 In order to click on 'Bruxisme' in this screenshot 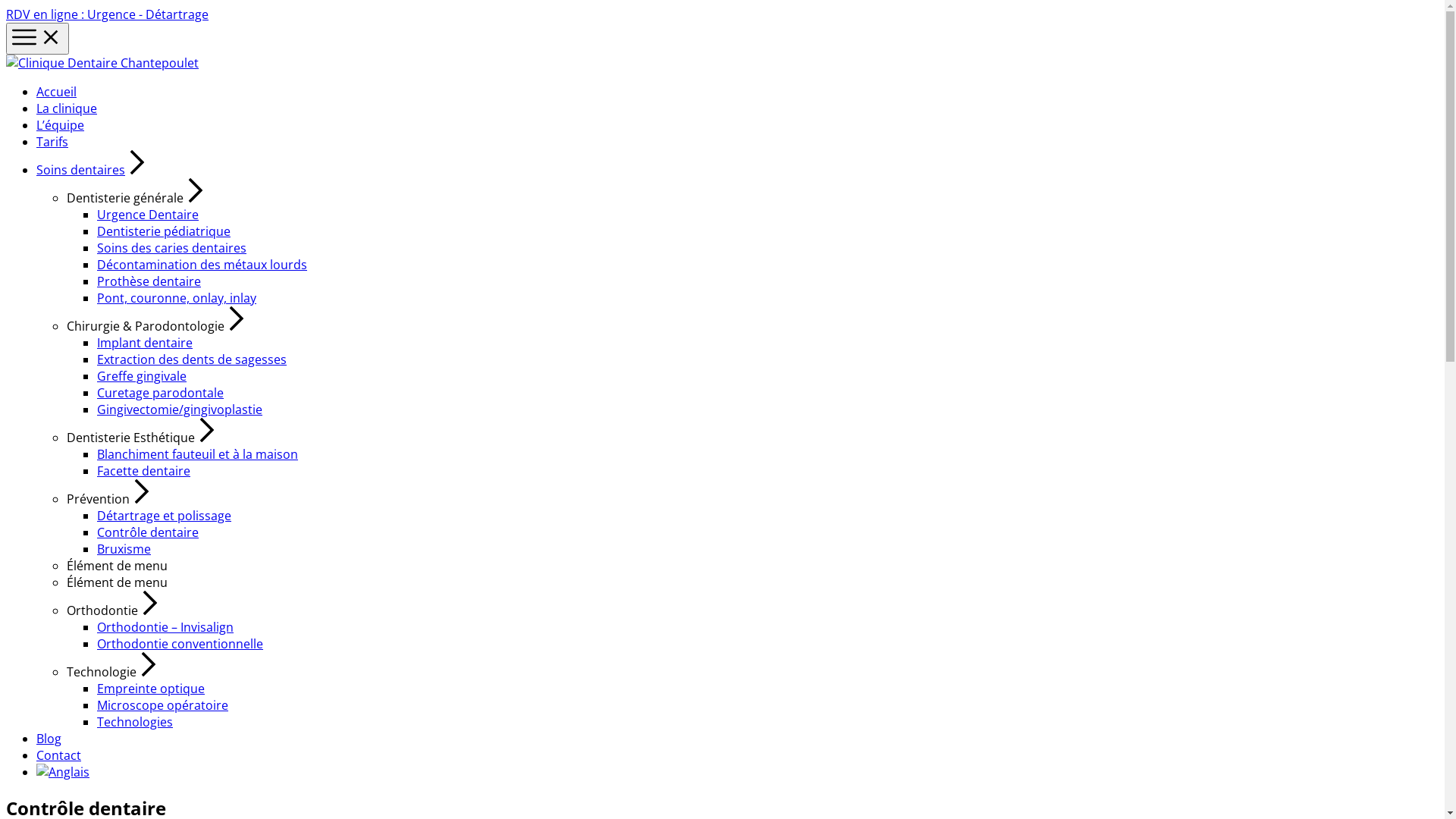, I will do `click(124, 549)`.